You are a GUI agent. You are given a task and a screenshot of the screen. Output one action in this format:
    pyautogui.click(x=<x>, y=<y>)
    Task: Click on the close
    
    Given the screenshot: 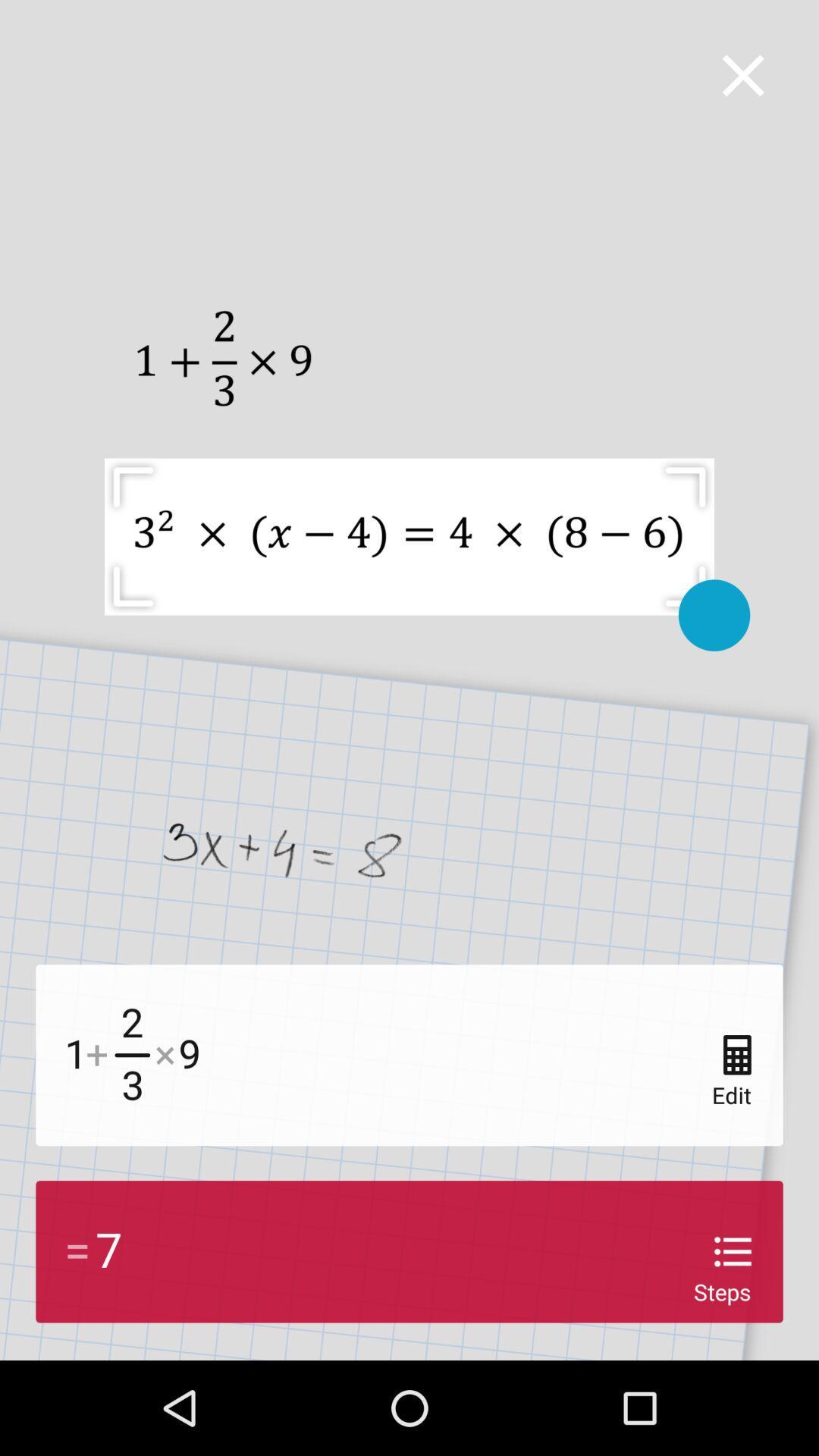 What is the action you would take?
    pyautogui.click(x=742, y=74)
    